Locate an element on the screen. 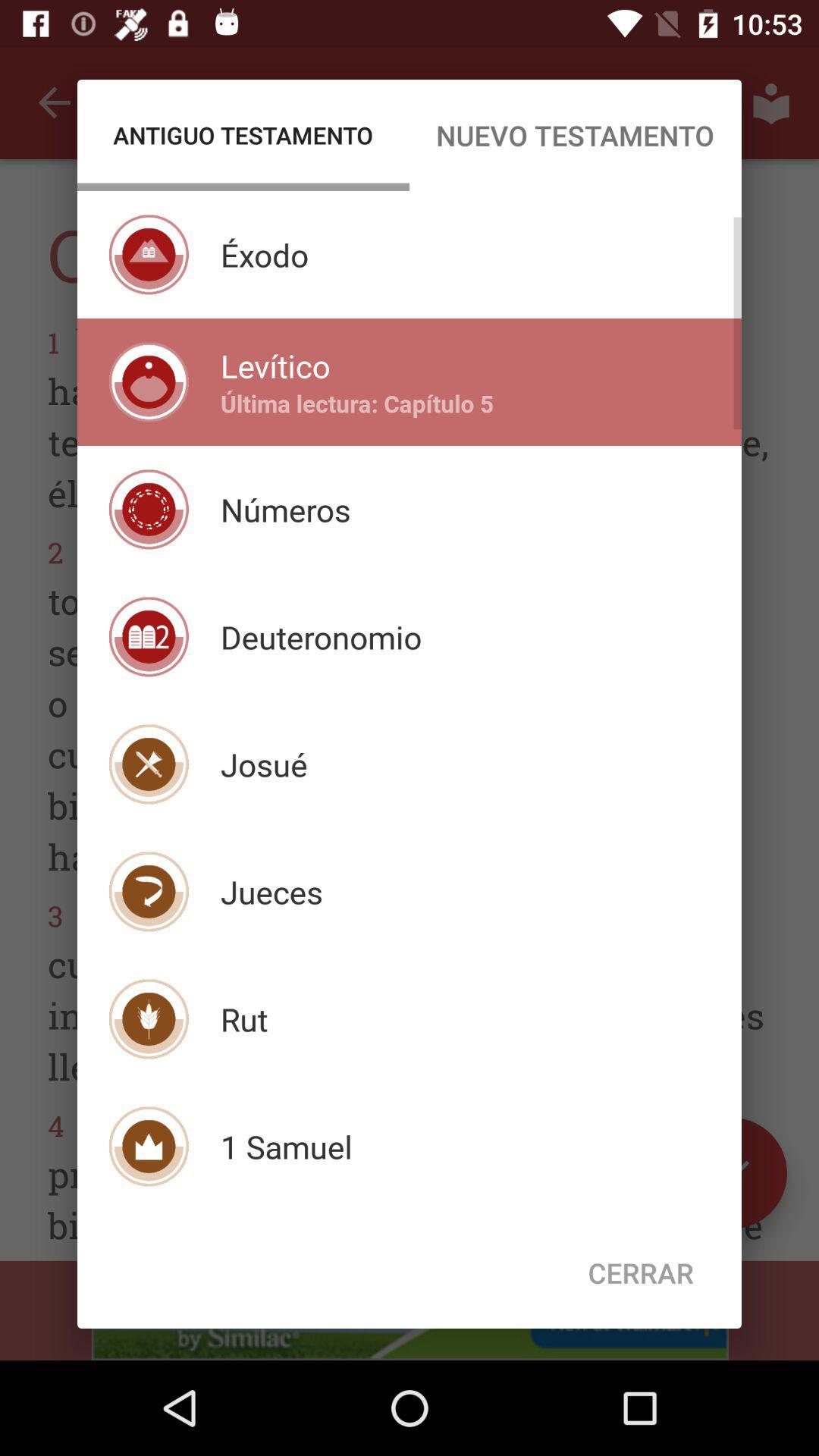  the cerrar is located at coordinates (641, 1272).